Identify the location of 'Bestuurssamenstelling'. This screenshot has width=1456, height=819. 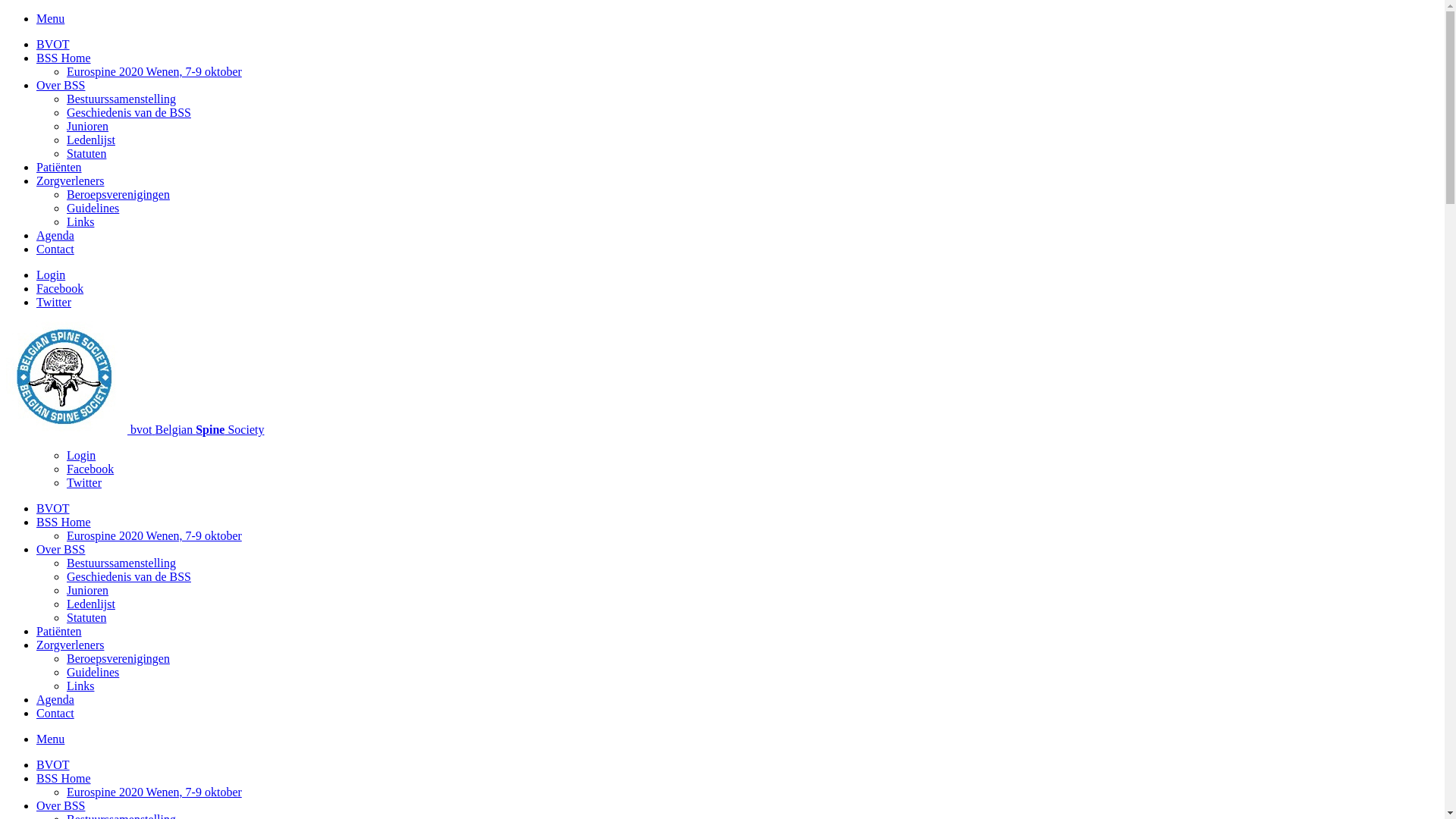
(120, 99).